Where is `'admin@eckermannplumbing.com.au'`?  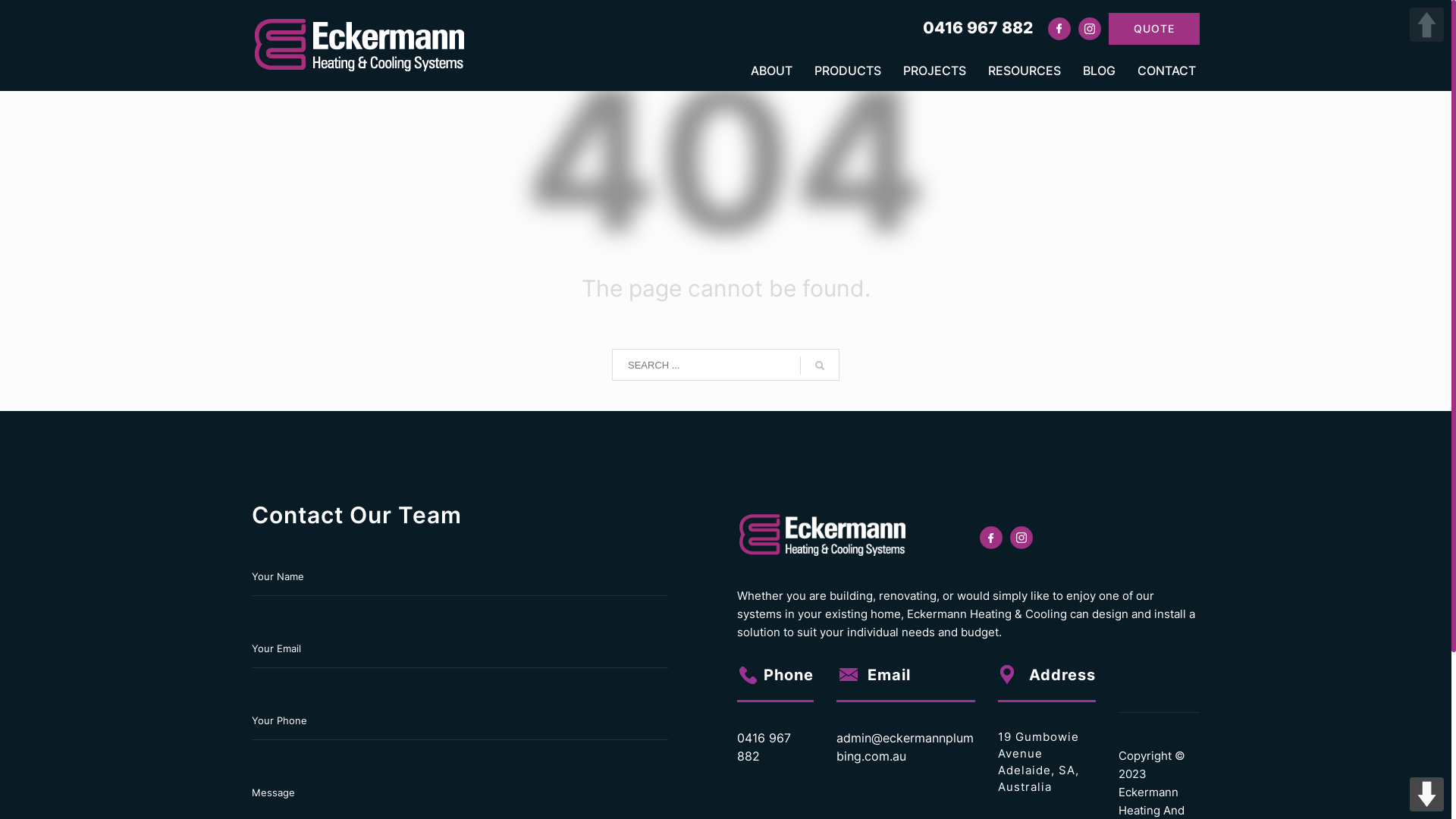 'admin@eckermannplumbing.com.au' is located at coordinates (836, 745).